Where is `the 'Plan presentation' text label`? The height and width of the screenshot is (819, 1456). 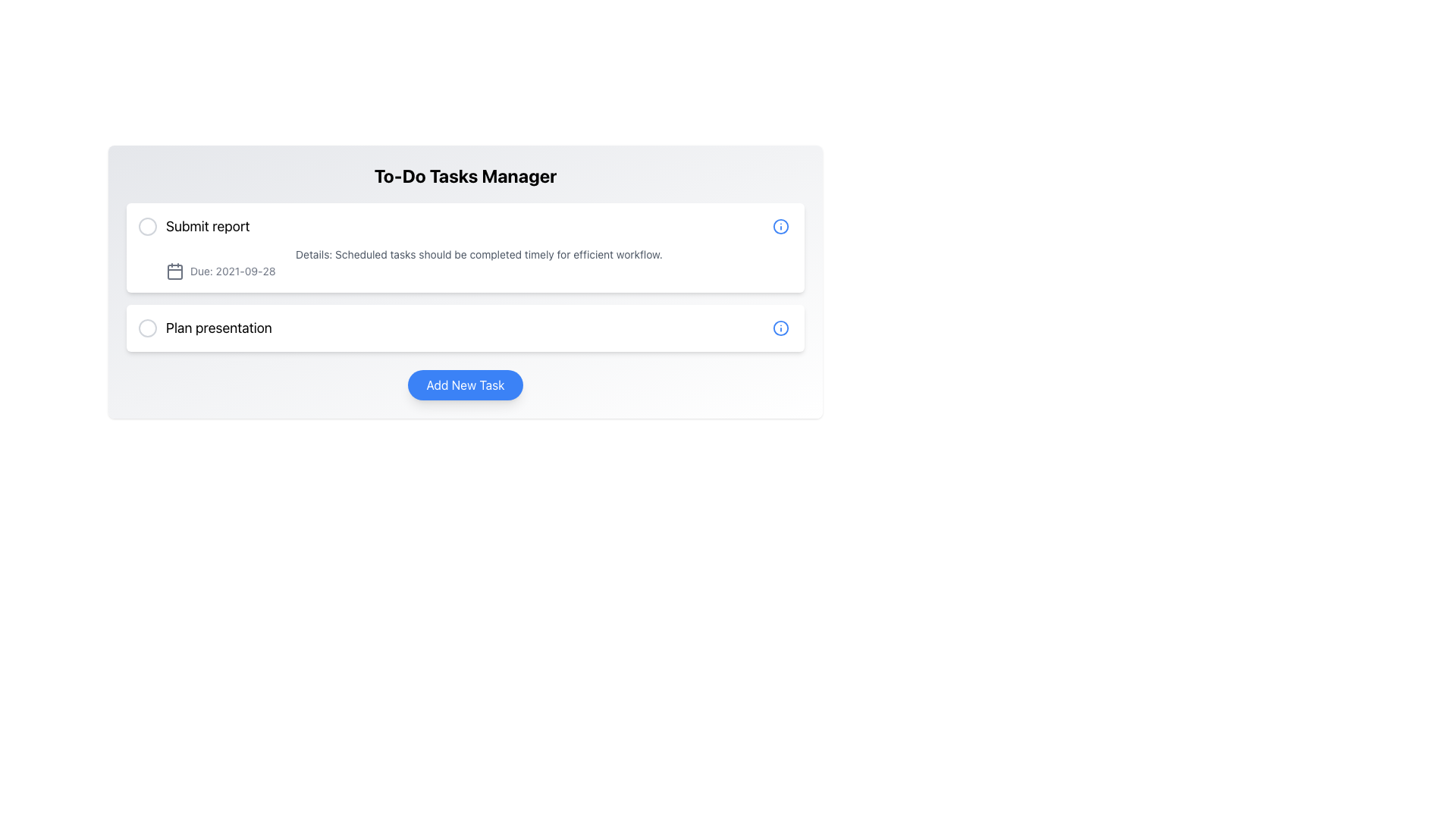
the 'Plan presentation' text label is located at coordinates (204, 327).